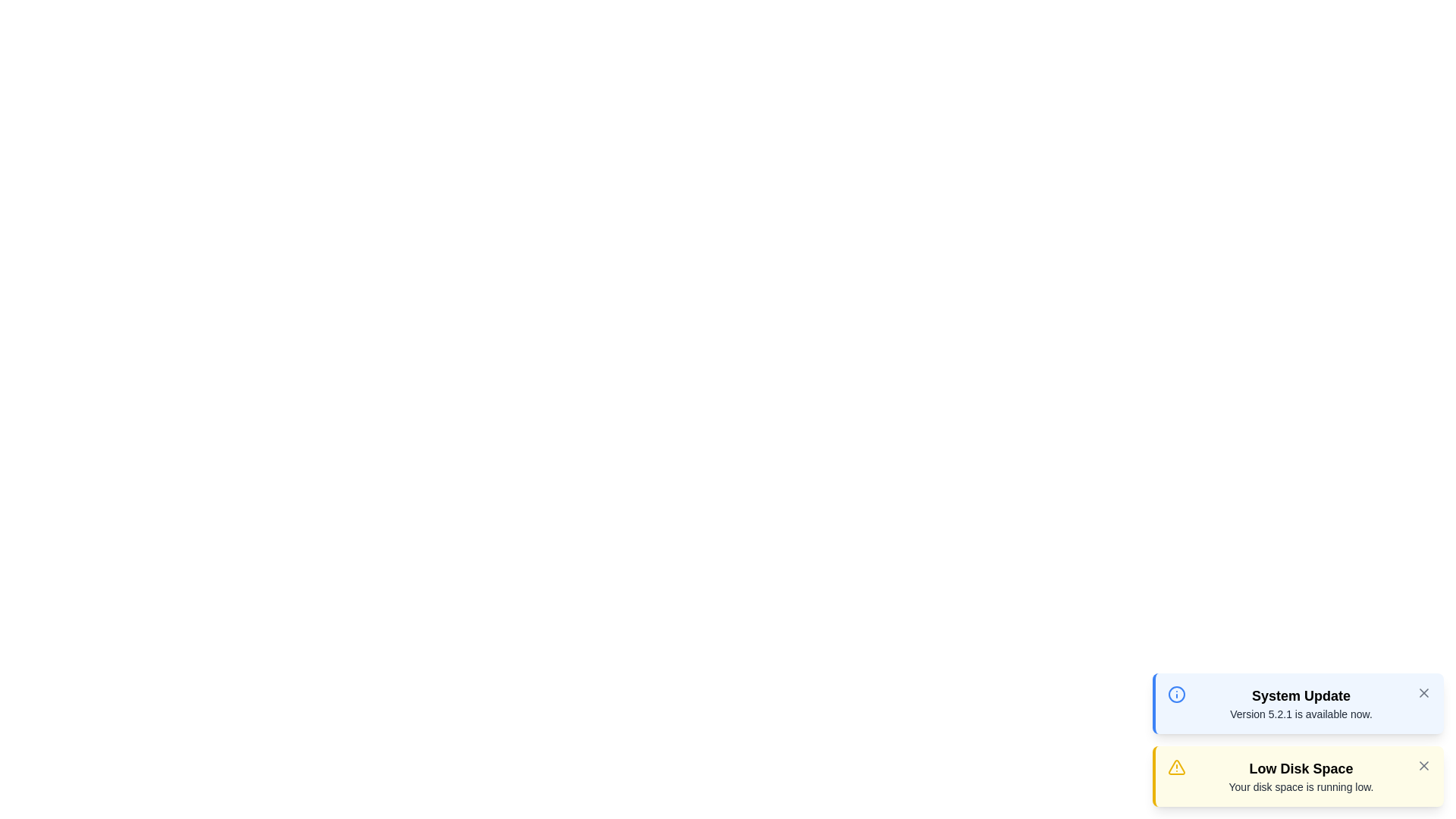 The image size is (1456, 819). Describe the element at coordinates (1298, 704) in the screenshot. I see `the notification panel element System Update` at that location.